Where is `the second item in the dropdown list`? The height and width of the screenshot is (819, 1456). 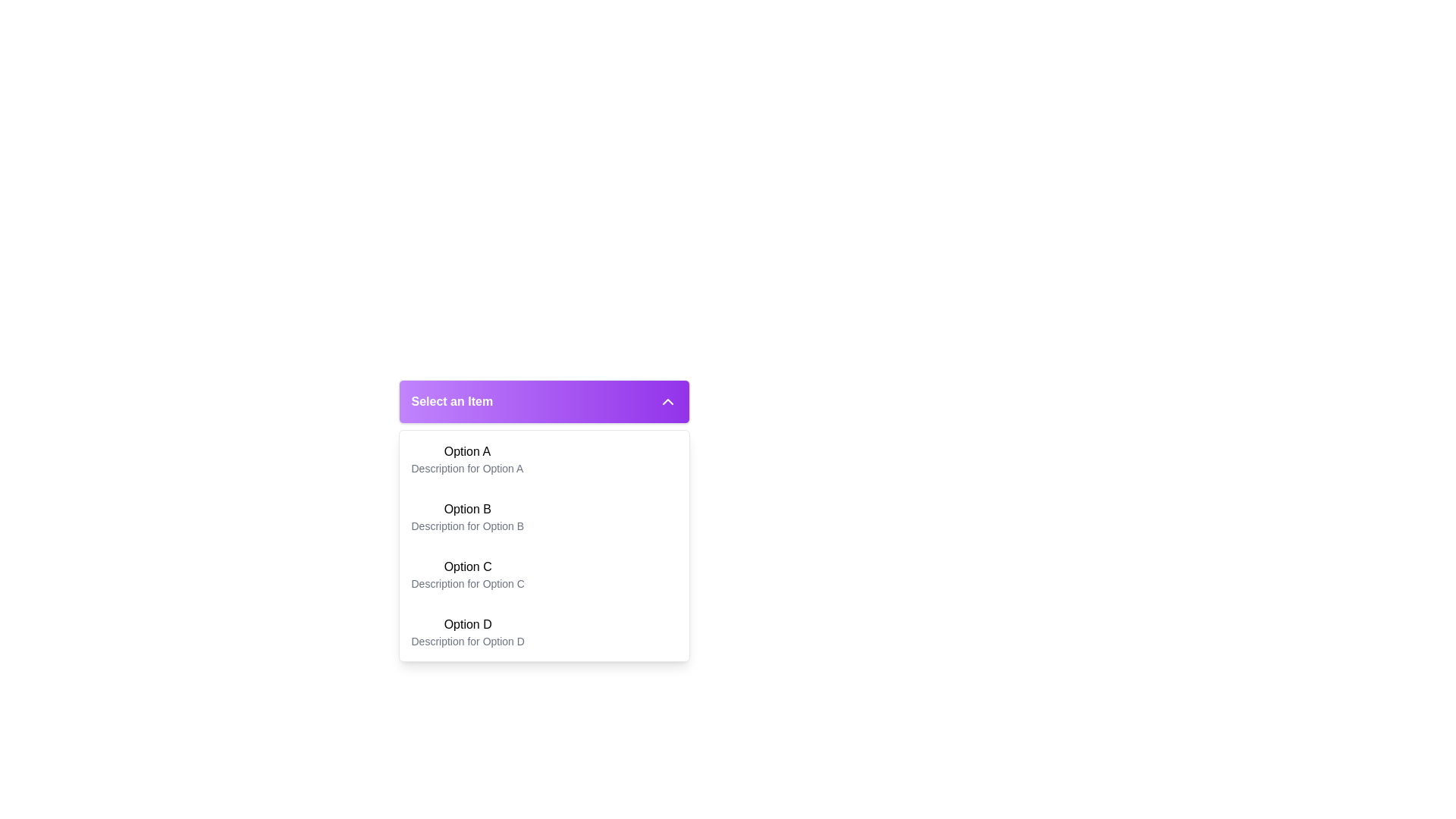
the second item in the dropdown list is located at coordinates (544, 516).